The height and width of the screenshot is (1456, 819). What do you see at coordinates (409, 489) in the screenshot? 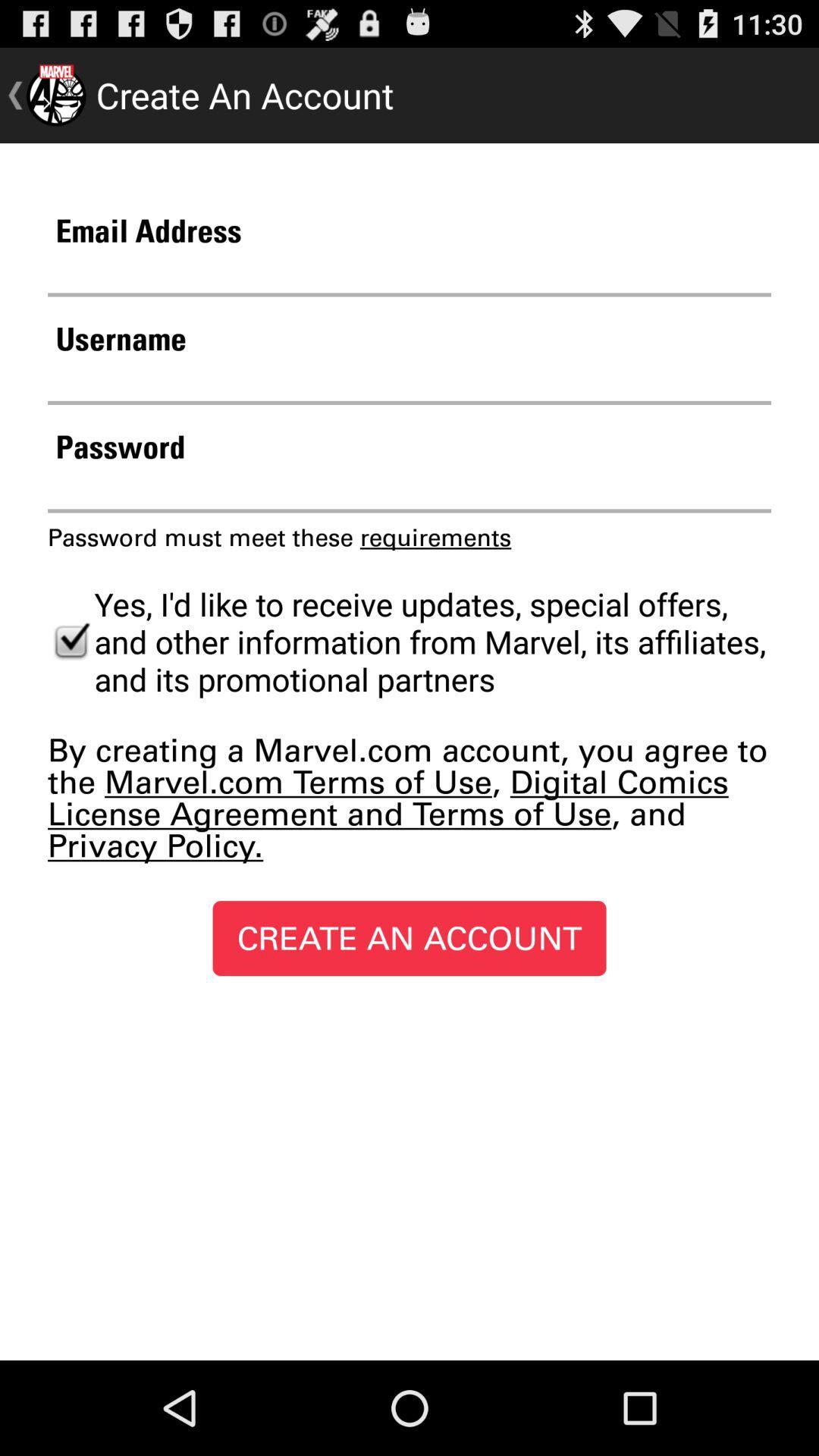
I see `password` at bounding box center [409, 489].